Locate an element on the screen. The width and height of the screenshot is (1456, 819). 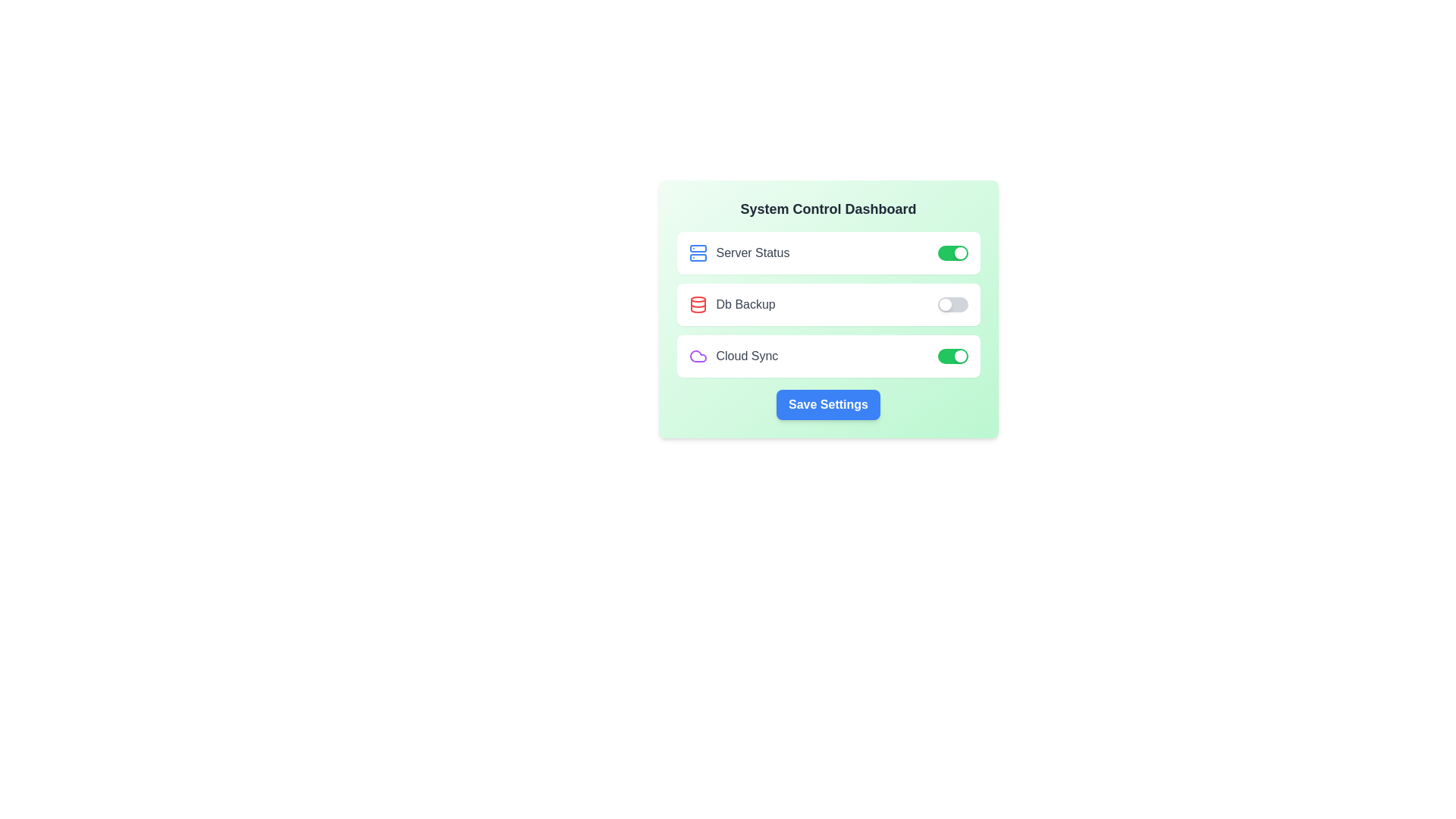
the icon corresponding to Server Status is located at coordinates (697, 253).